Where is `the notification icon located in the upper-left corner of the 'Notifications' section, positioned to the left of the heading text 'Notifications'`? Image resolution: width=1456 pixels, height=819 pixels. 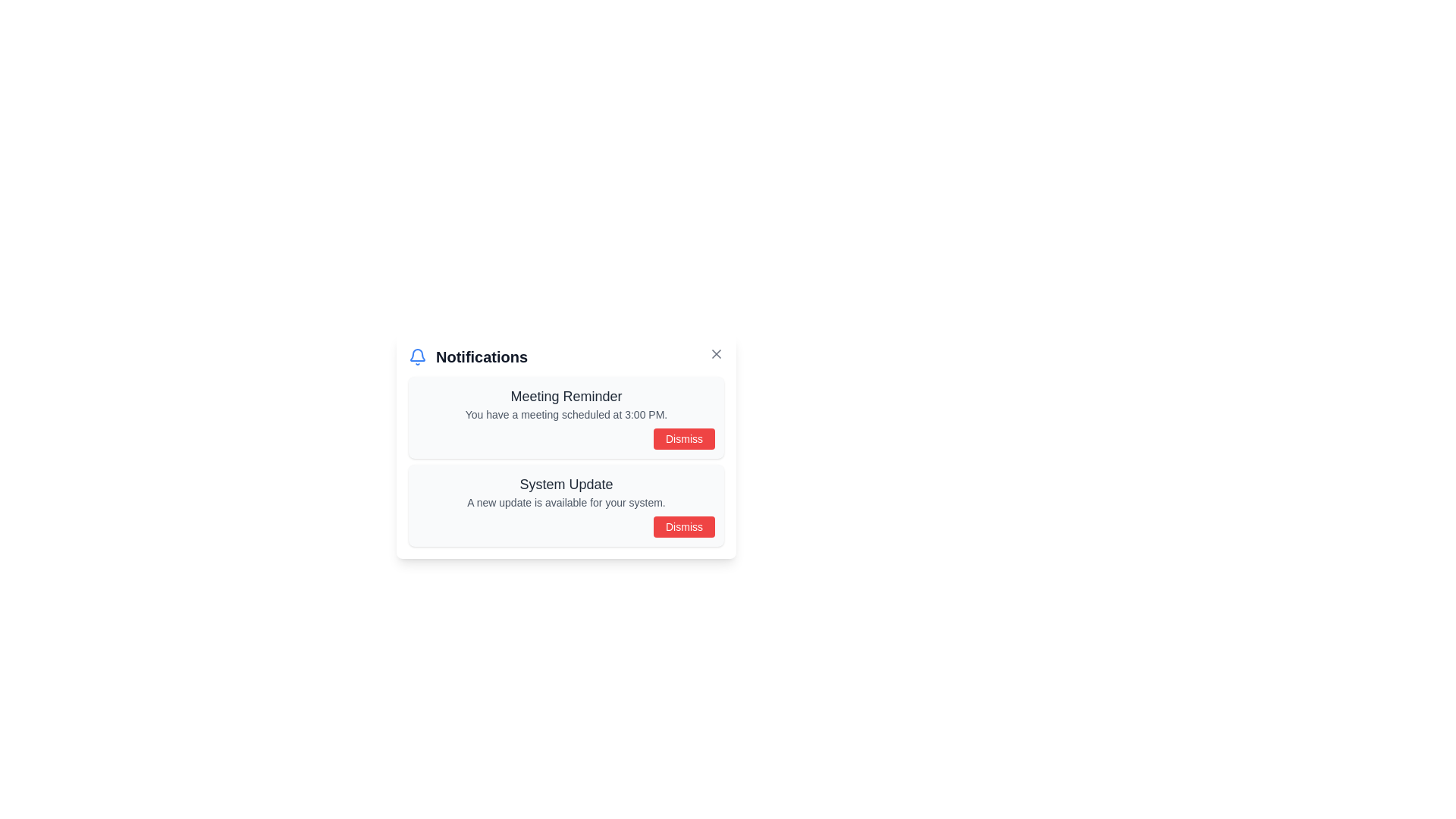 the notification icon located in the upper-left corner of the 'Notifications' section, positioned to the left of the heading text 'Notifications' is located at coordinates (418, 356).